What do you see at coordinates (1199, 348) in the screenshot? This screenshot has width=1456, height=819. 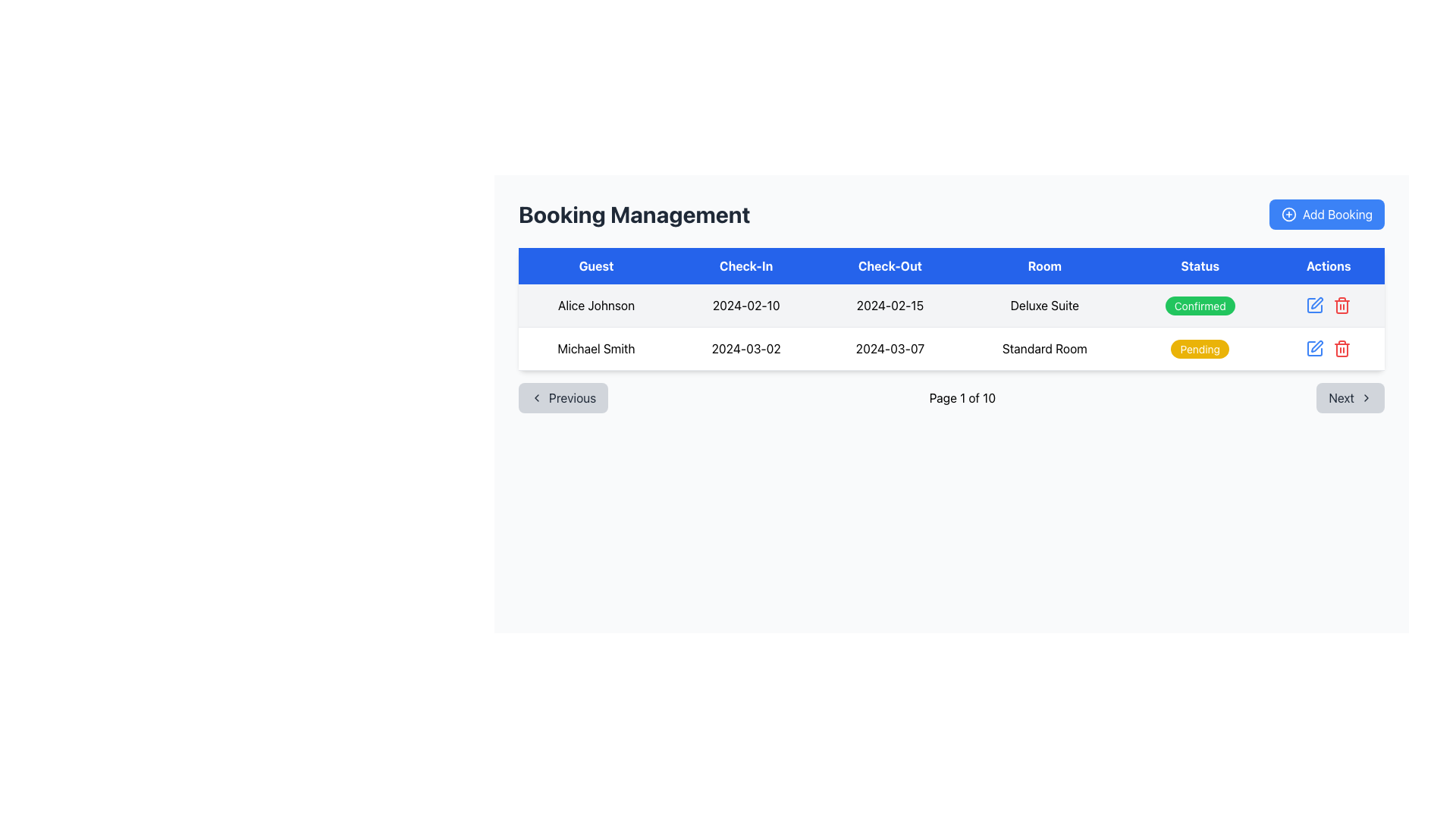 I see `the Status Label indicating 'Pending' in the last cell of the second row under the 'Status' column of the booking management interface` at bounding box center [1199, 348].